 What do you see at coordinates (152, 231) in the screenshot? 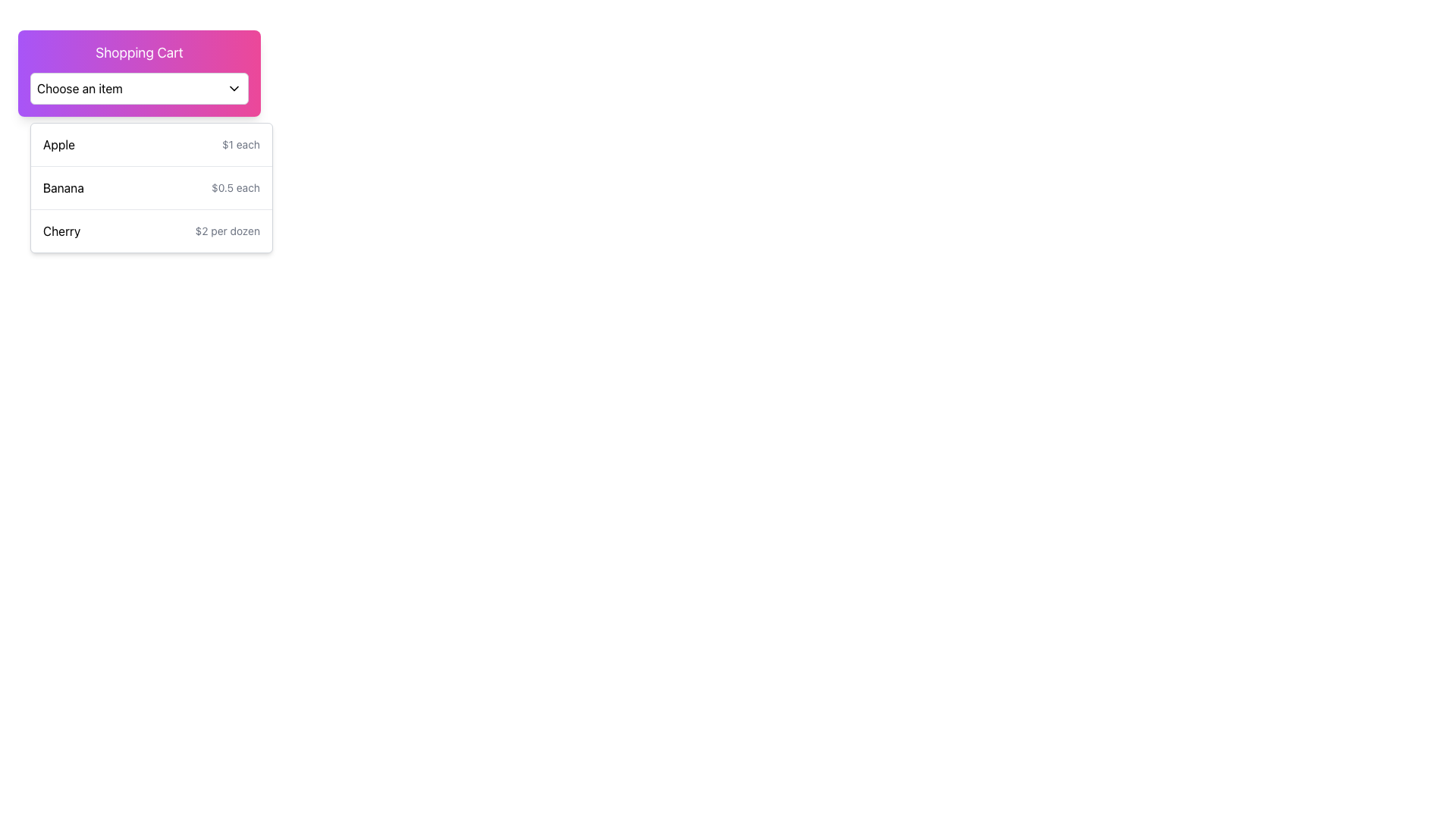
I see `the third item in the shopping list, which displays an item name and its price, located below 'Apple' and 'Banana'` at bounding box center [152, 231].